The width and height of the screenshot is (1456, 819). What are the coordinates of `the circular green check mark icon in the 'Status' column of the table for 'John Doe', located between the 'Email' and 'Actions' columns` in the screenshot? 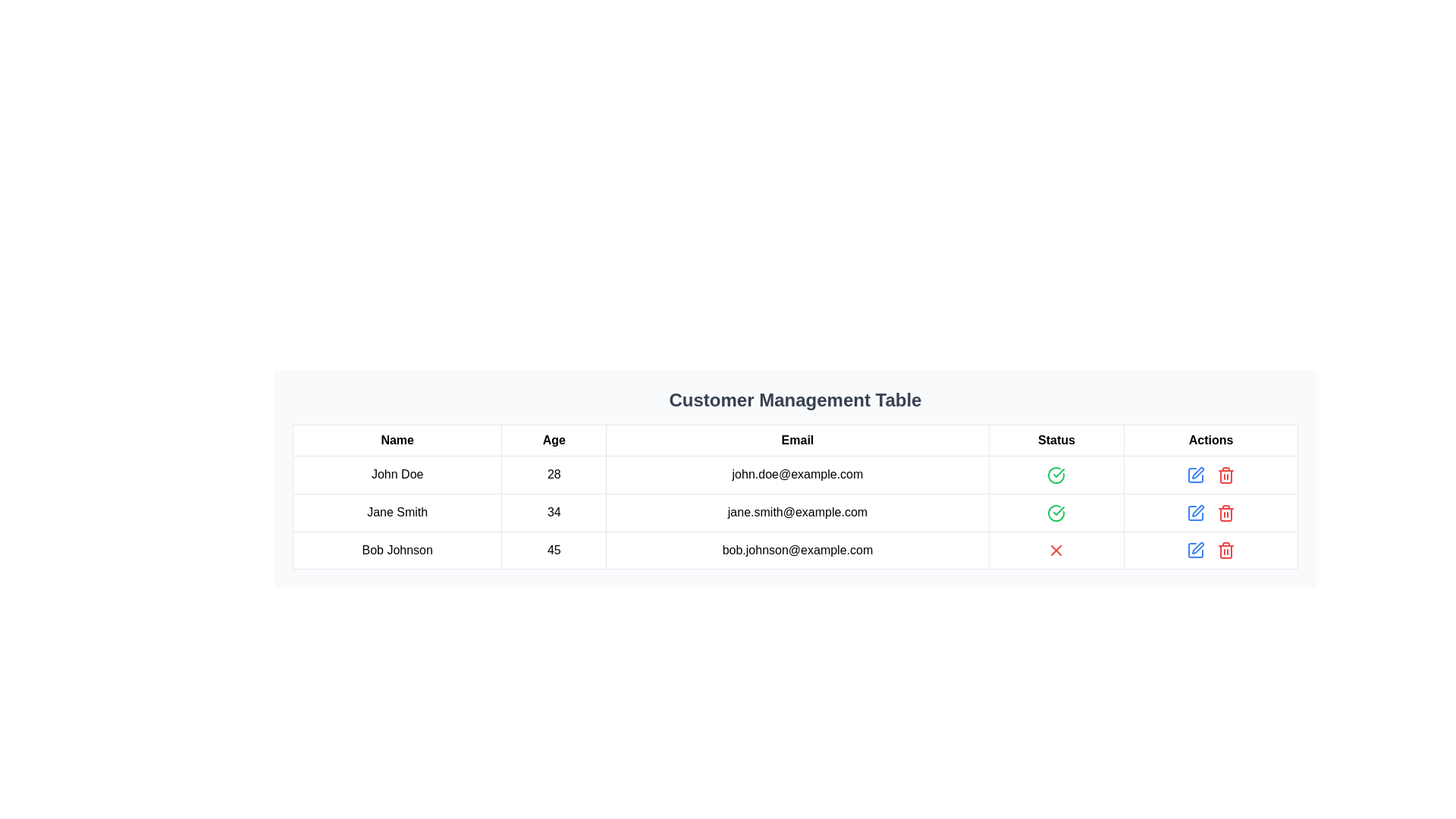 It's located at (1056, 474).